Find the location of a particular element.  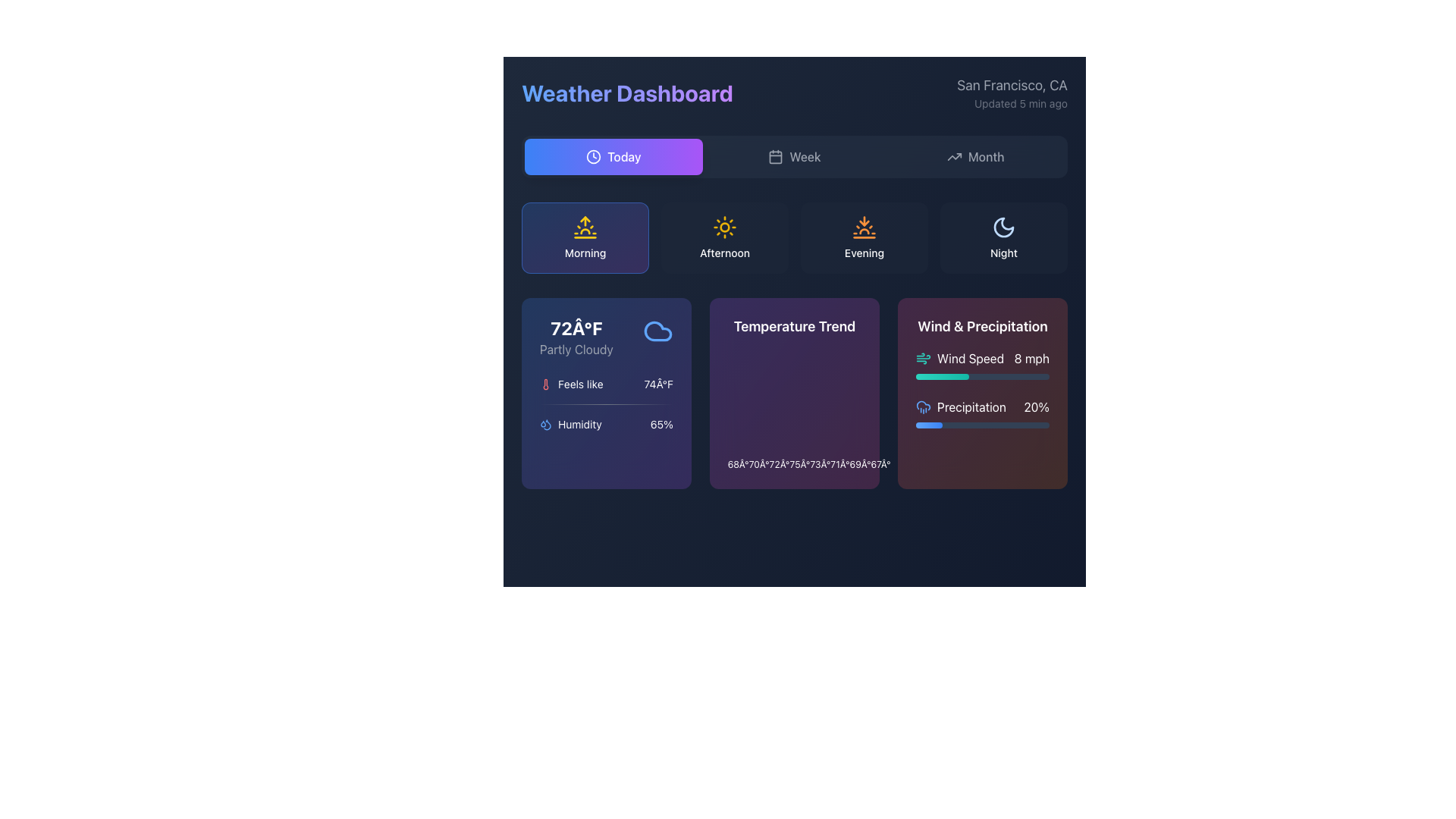

the text label indicating the afternoon time slot is located at coordinates (723, 253).